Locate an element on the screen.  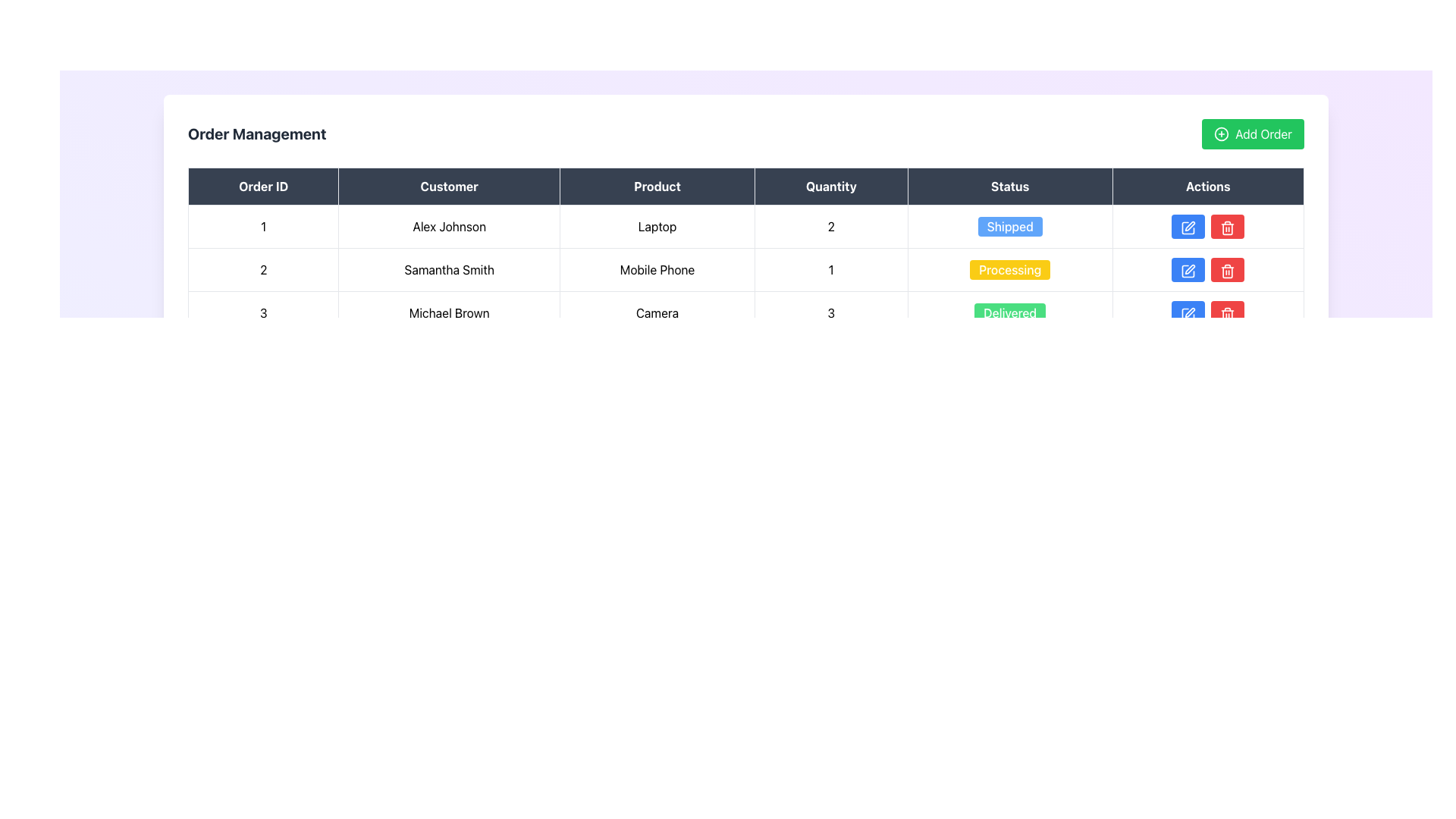
the 'Actions' text label, which is styled with a dark background and white text, located in the far-right column of the header row of a tabular layout is located at coordinates (1207, 186).